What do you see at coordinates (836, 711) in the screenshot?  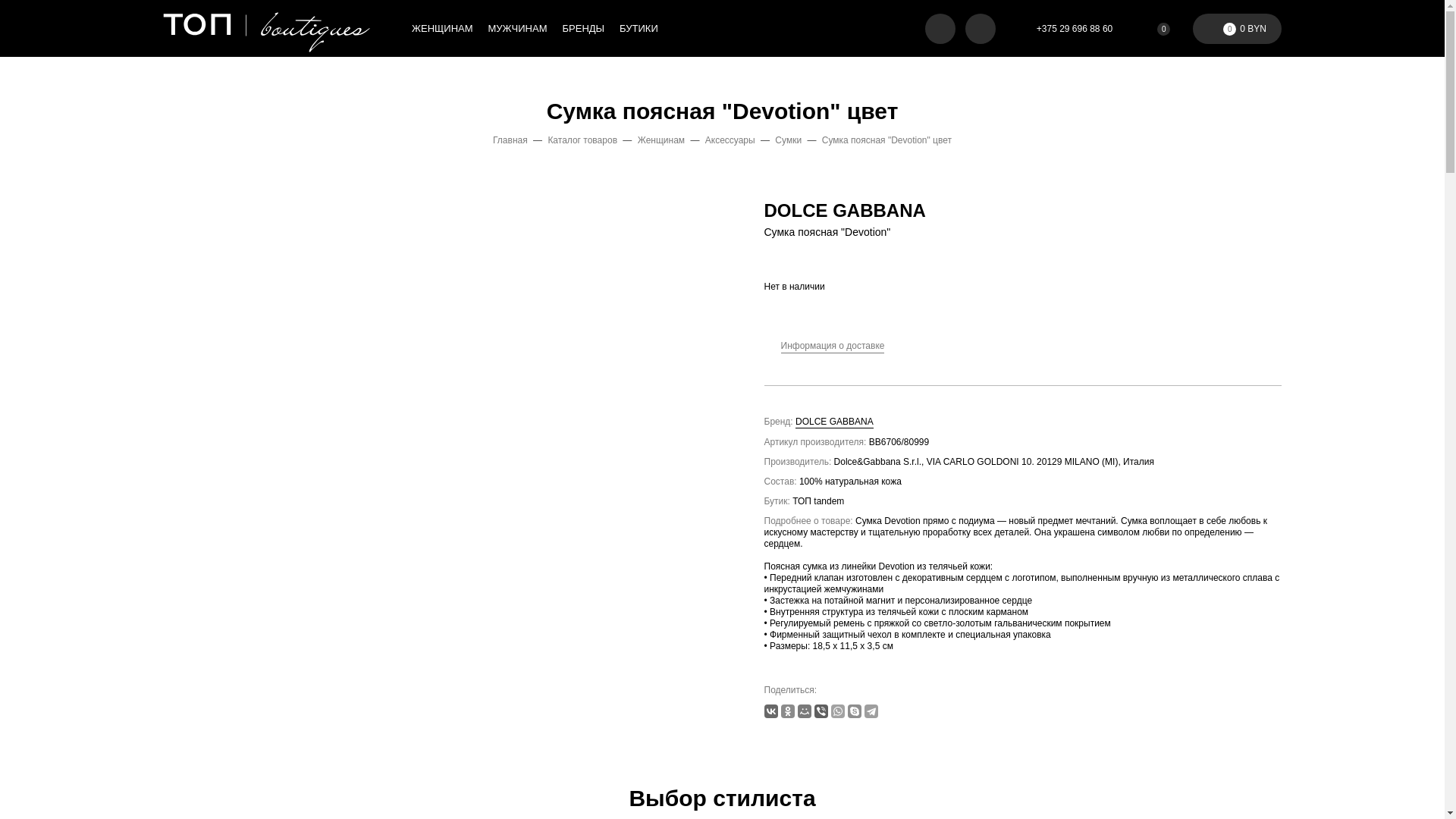 I see `'WhatsApp'` at bounding box center [836, 711].